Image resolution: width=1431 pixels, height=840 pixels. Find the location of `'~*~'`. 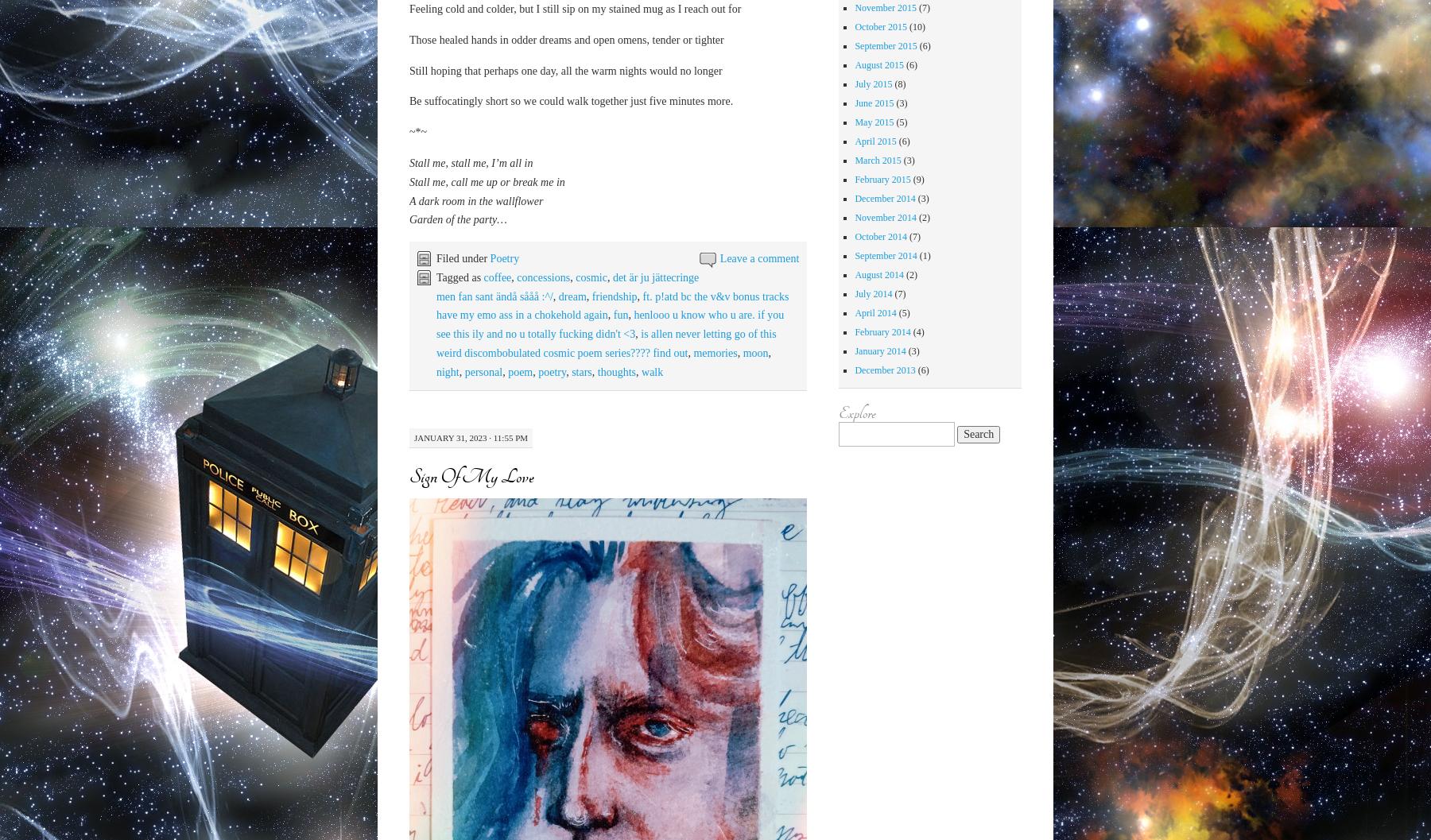

'~*~' is located at coordinates (417, 132).